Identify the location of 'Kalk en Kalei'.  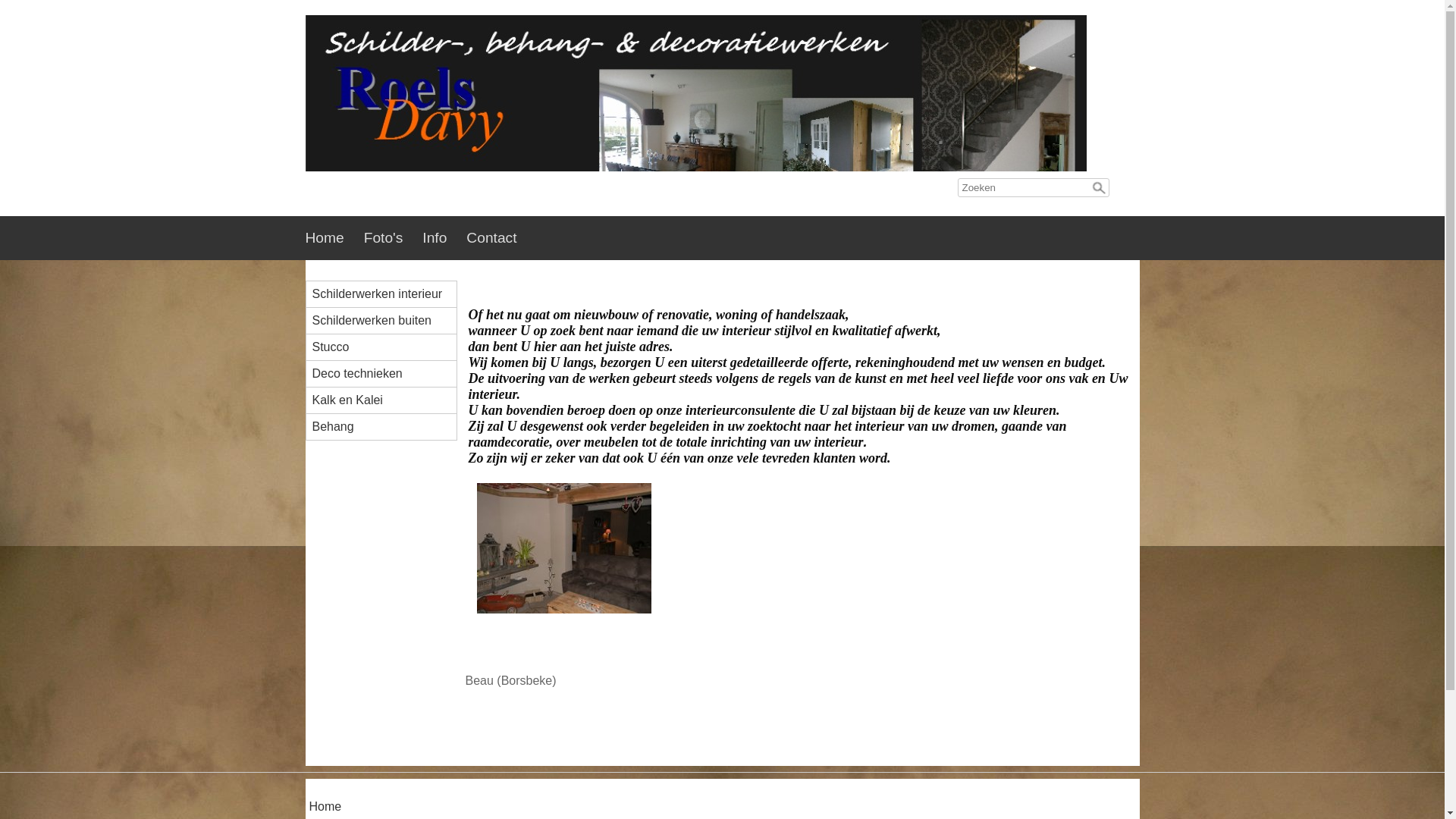
(387, 400).